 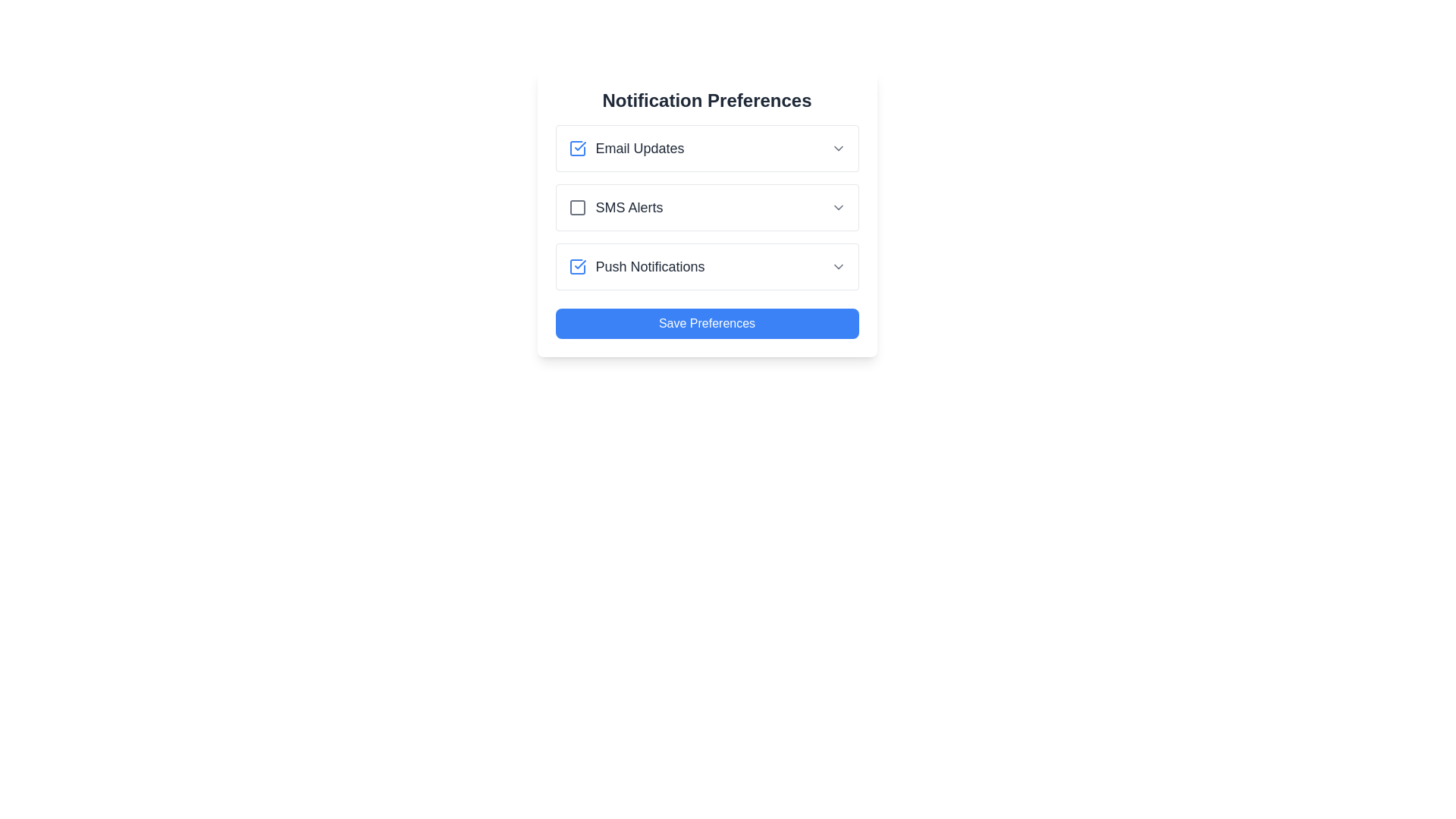 I want to click on the checkbox to enable highlighting, which is located in the second position of the vertical list under 'Notification Preferences' and is aligned to the left of the label 'SMS Alerts', so click(x=576, y=207).